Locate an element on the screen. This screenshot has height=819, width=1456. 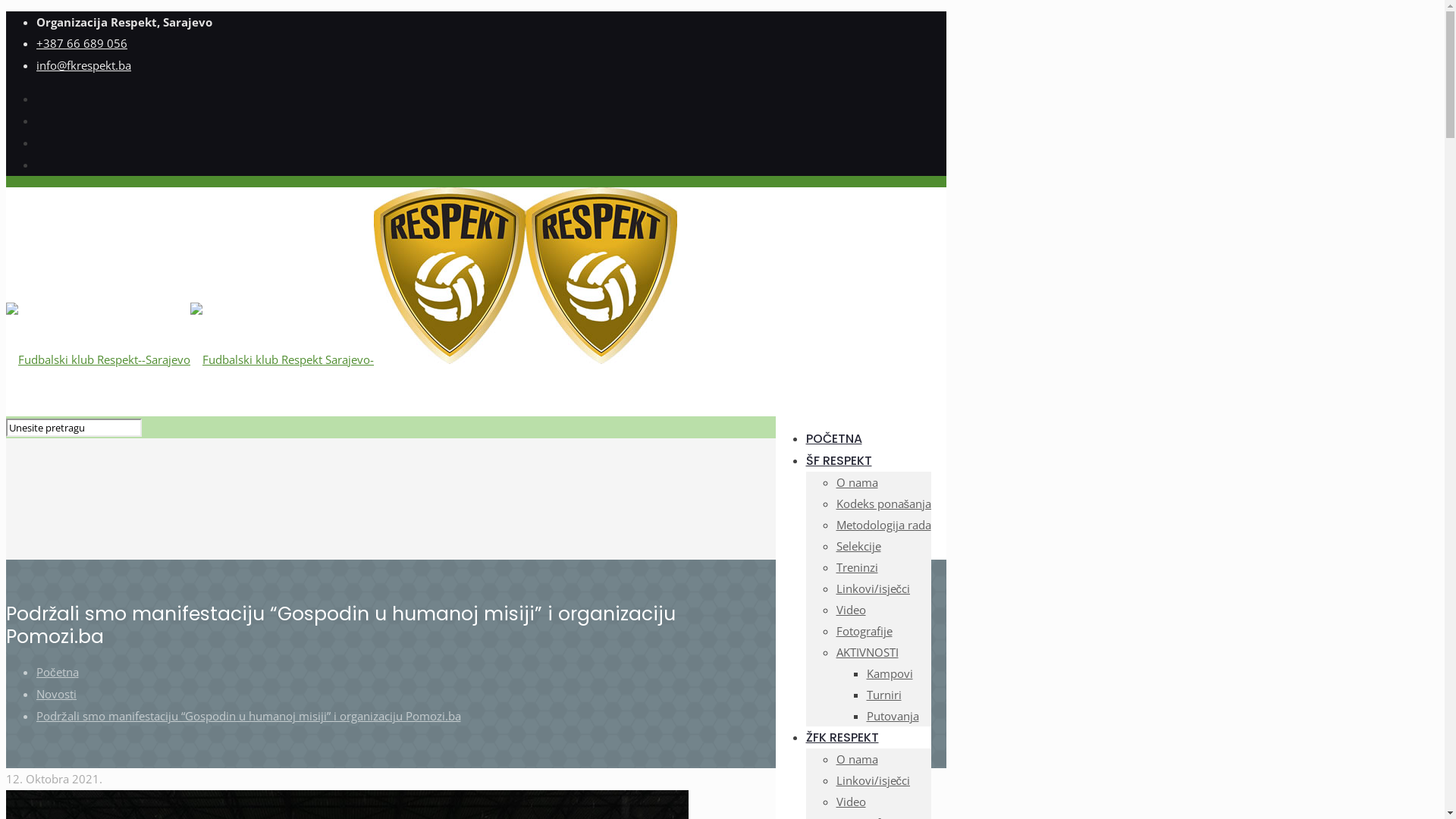
'Fotografije' is located at coordinates (863, 631).